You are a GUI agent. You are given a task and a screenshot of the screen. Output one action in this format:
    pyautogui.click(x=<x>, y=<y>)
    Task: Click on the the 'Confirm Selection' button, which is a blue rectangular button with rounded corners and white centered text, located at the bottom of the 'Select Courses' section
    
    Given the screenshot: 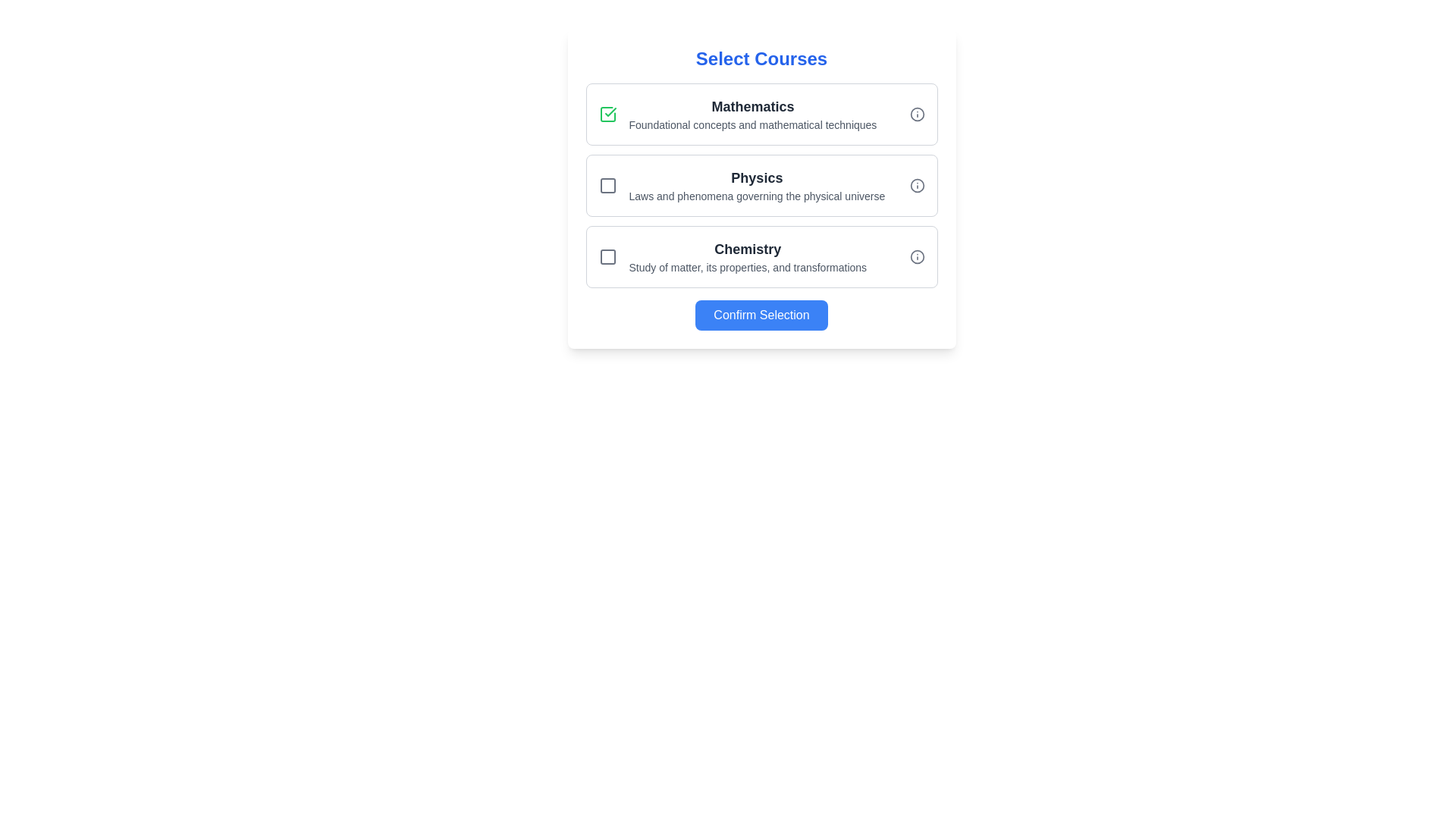 What is the action you would take?
    pyautogui.click(x=761, y=315)
    